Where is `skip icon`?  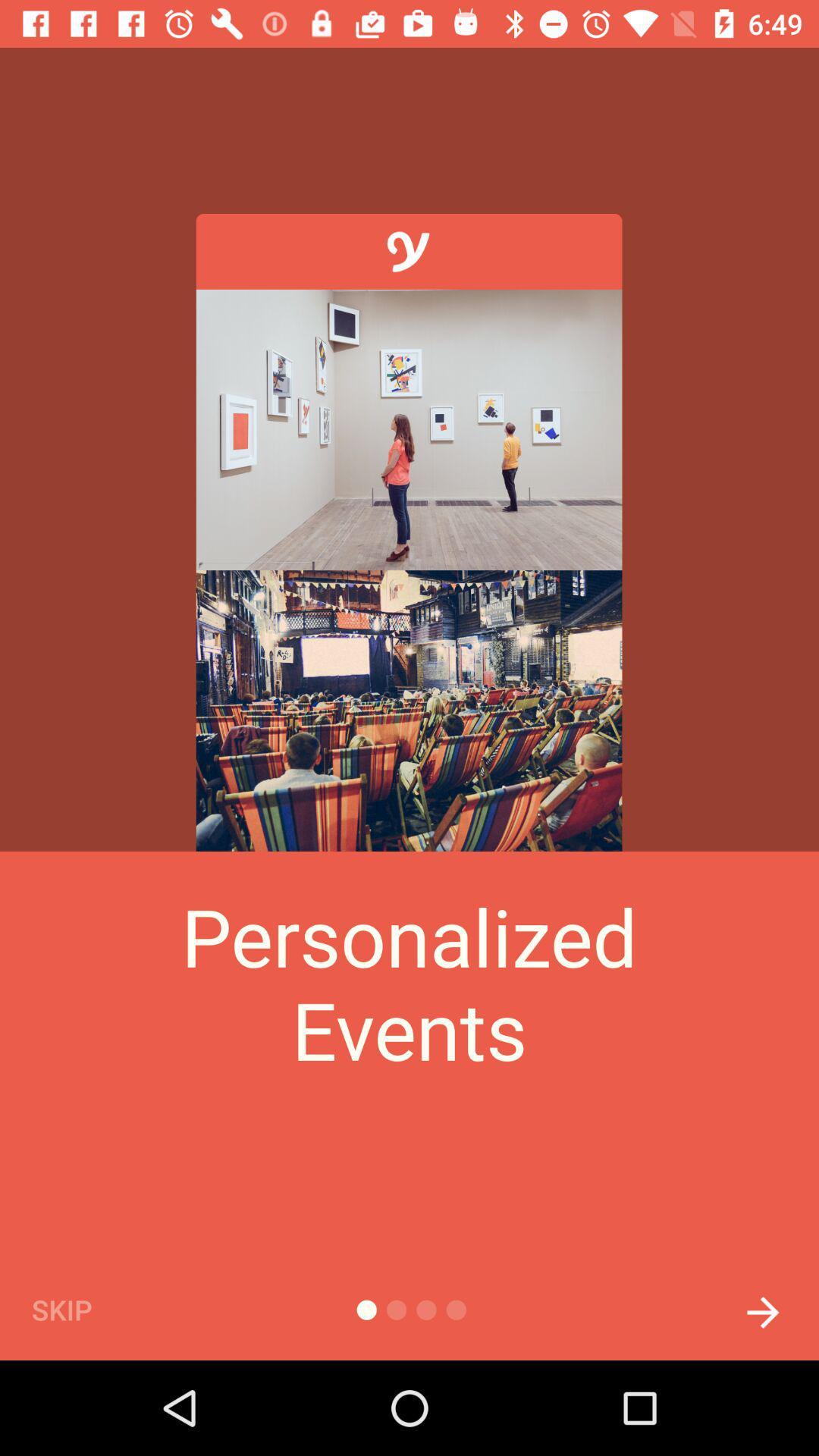 skip icon is located at coordinates (87, 1309).